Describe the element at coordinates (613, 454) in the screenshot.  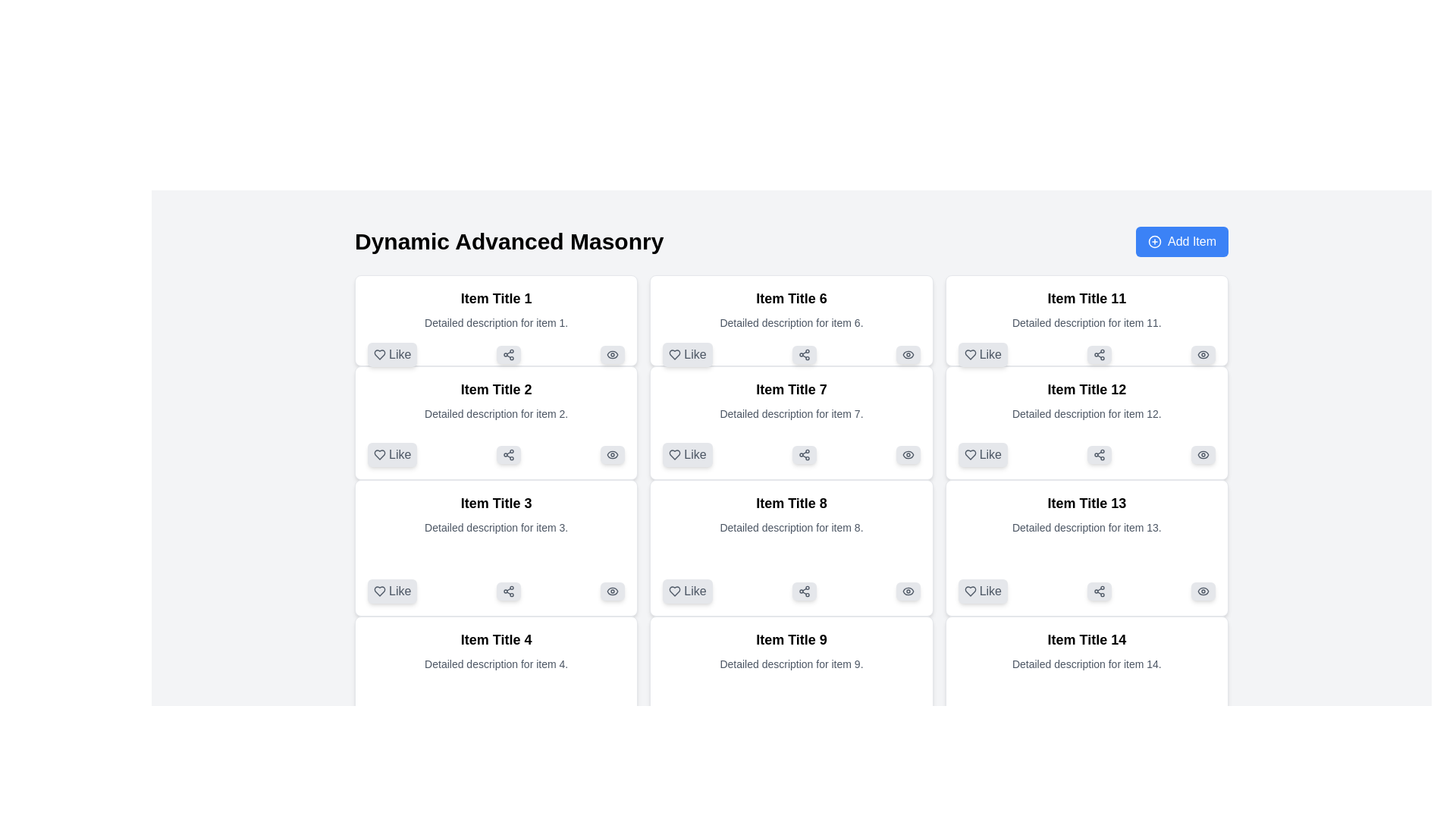
I see `the interactive visibility icon that resembles an eye, located at the bottom-right corner of the card labeled 'Item Title 2' in the second column of the interface grid` at that location.